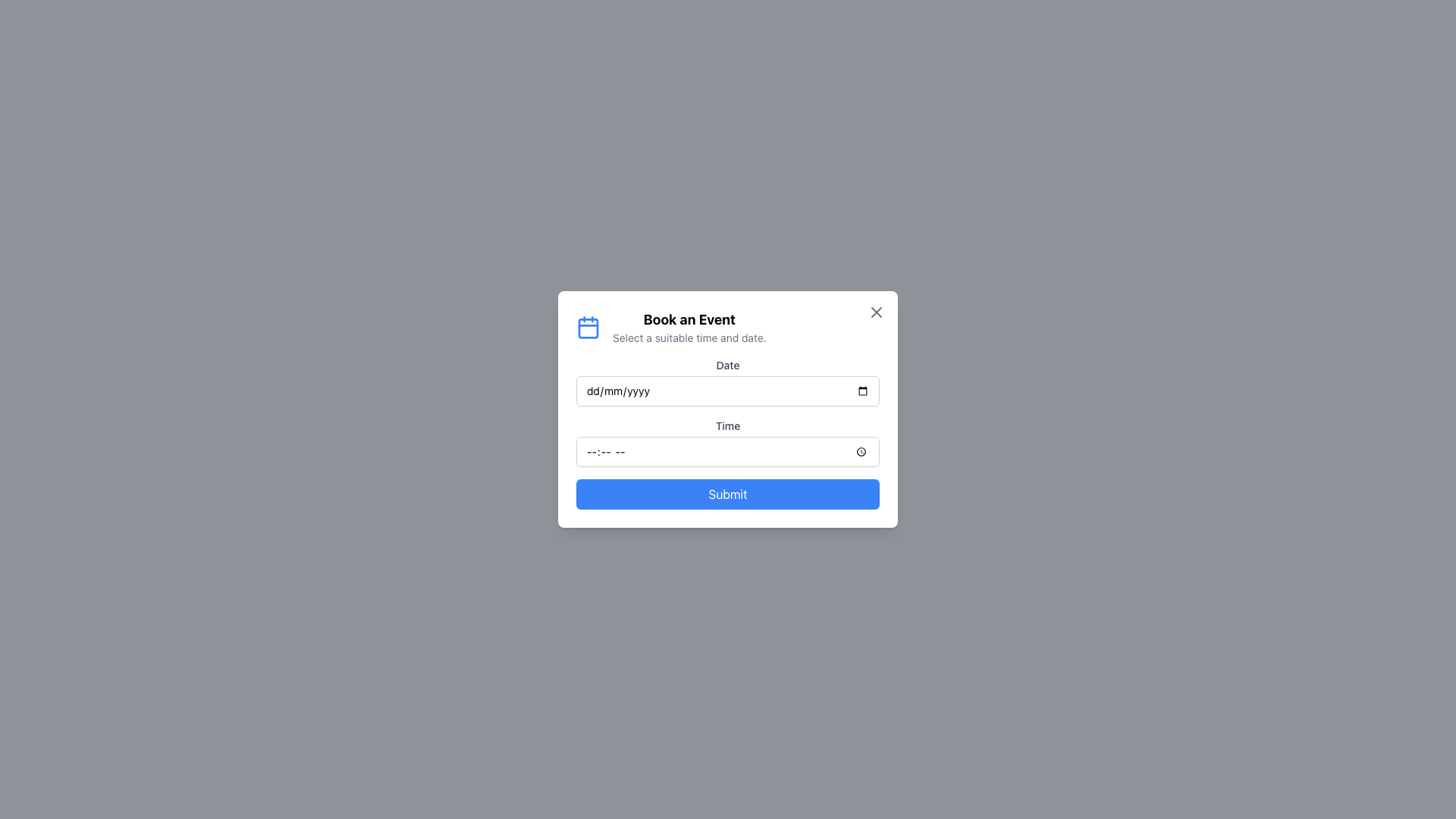 This screenshot has width=1456, height=819. What do you see at coordinates (728, 433) in the screenshot?
I see `the time input field within the event booking modal` at bounding box center [728, 433].